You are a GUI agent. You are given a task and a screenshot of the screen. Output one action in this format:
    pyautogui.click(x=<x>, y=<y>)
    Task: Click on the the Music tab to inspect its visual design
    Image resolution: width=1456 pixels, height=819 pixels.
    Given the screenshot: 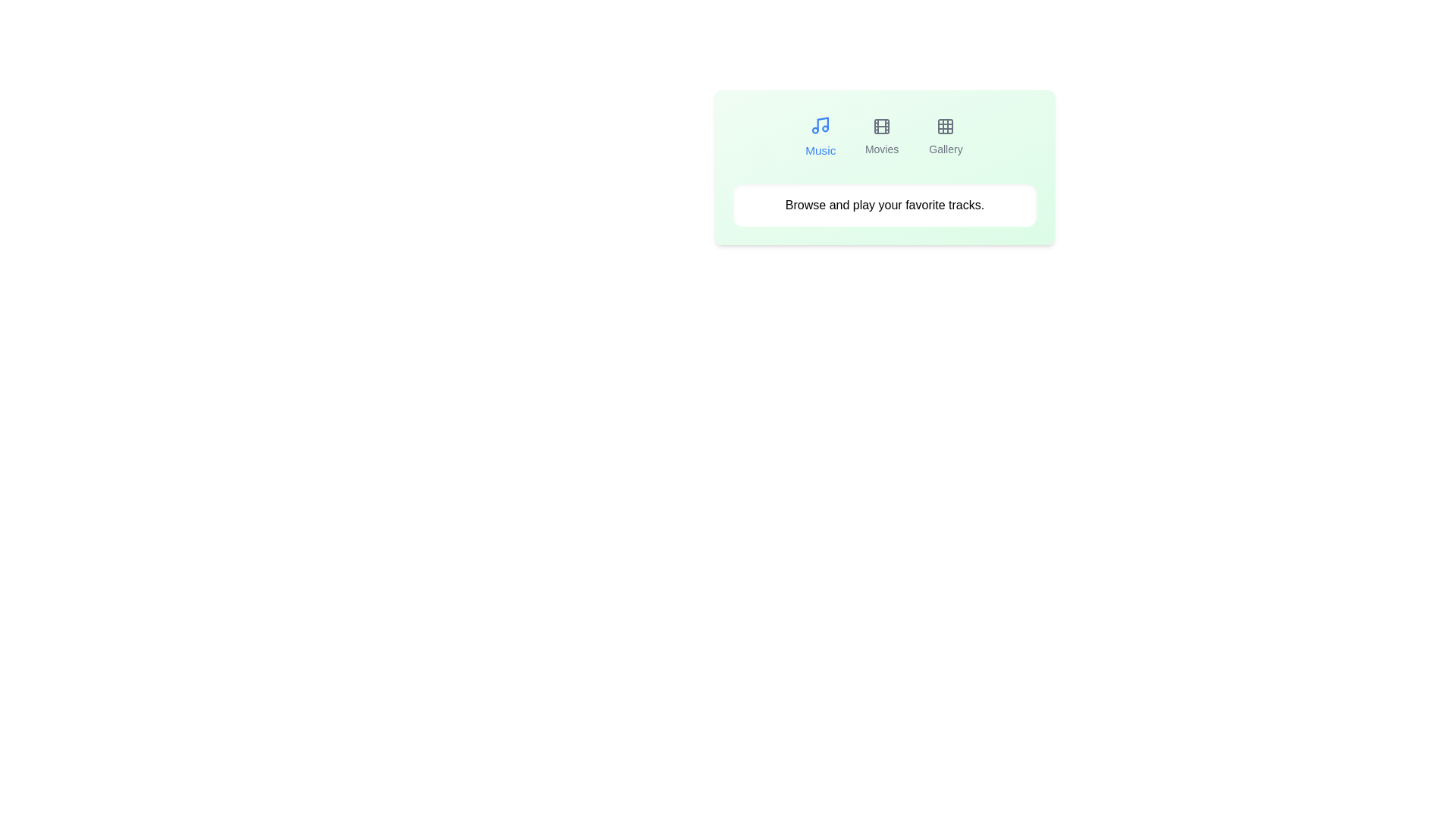 What is the action you would take?
    pyautogui.click(x=820, y=137)
    